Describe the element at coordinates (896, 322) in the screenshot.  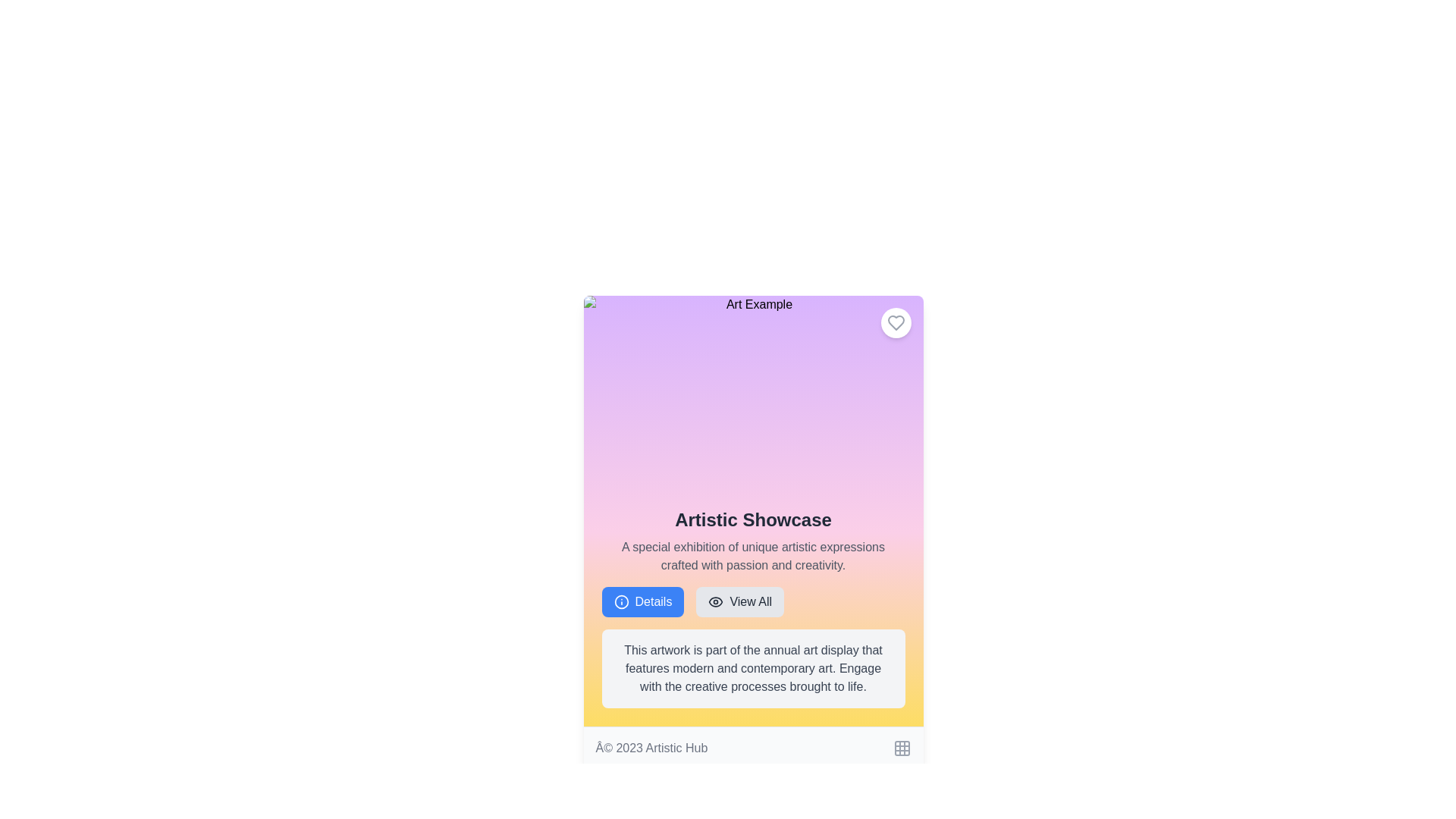
I see `the heart icon located inside the circular button at the top-right corner of the 'Artistic Showcase' card for any state-change indication` at that location.